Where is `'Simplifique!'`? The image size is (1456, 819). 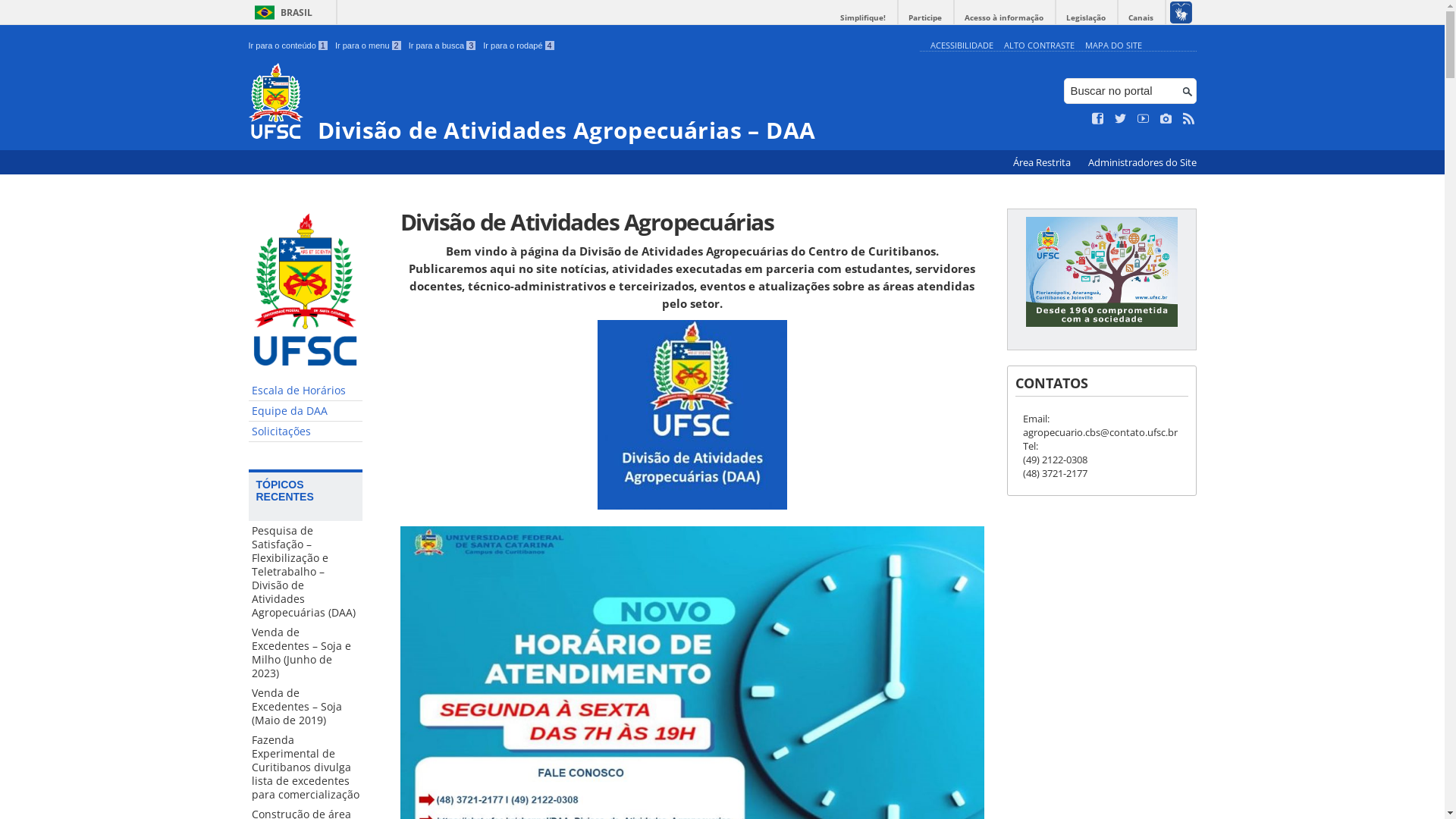
'Simplifique!' is located at coordinates (862, 17).